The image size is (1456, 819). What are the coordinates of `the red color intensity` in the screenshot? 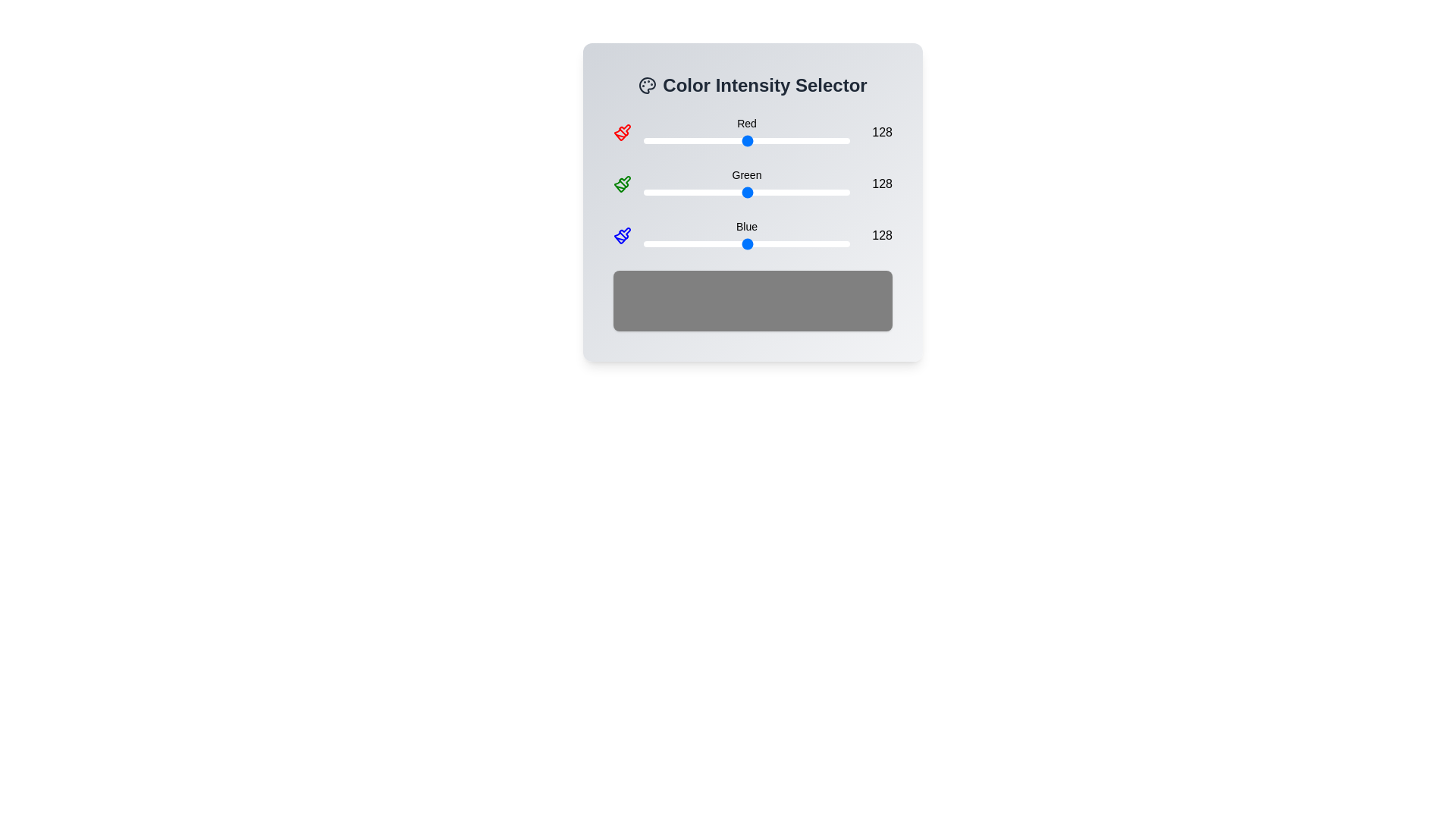 It's located at (786, 140).